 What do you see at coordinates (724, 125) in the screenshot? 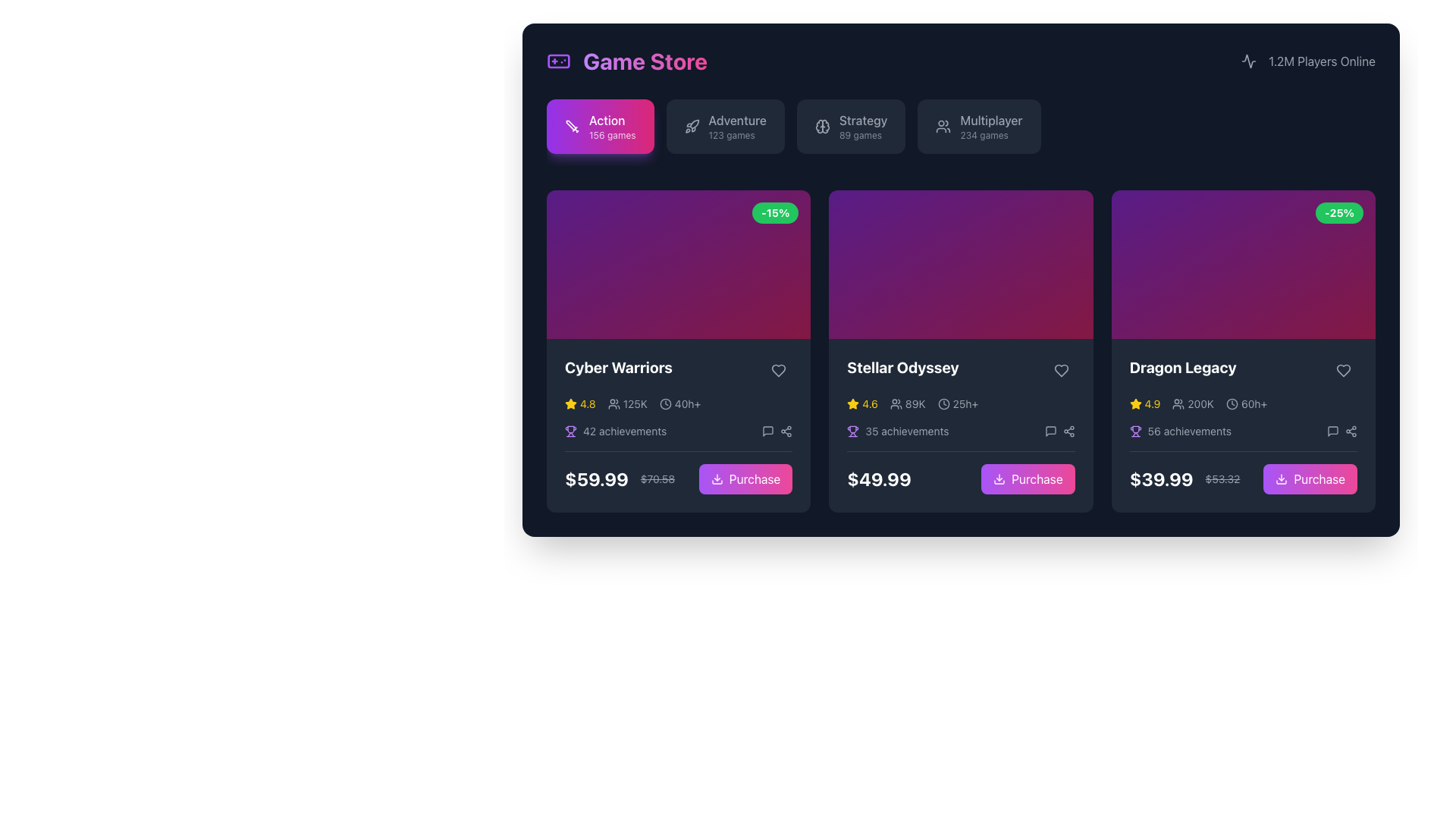
I see `the 'Adventure' button, which has a dark gray background, the label 'Adventure' in medium font, subtext '123 games' in smaller font, and a rocket icon to the left` at bounding box center [724, 125].